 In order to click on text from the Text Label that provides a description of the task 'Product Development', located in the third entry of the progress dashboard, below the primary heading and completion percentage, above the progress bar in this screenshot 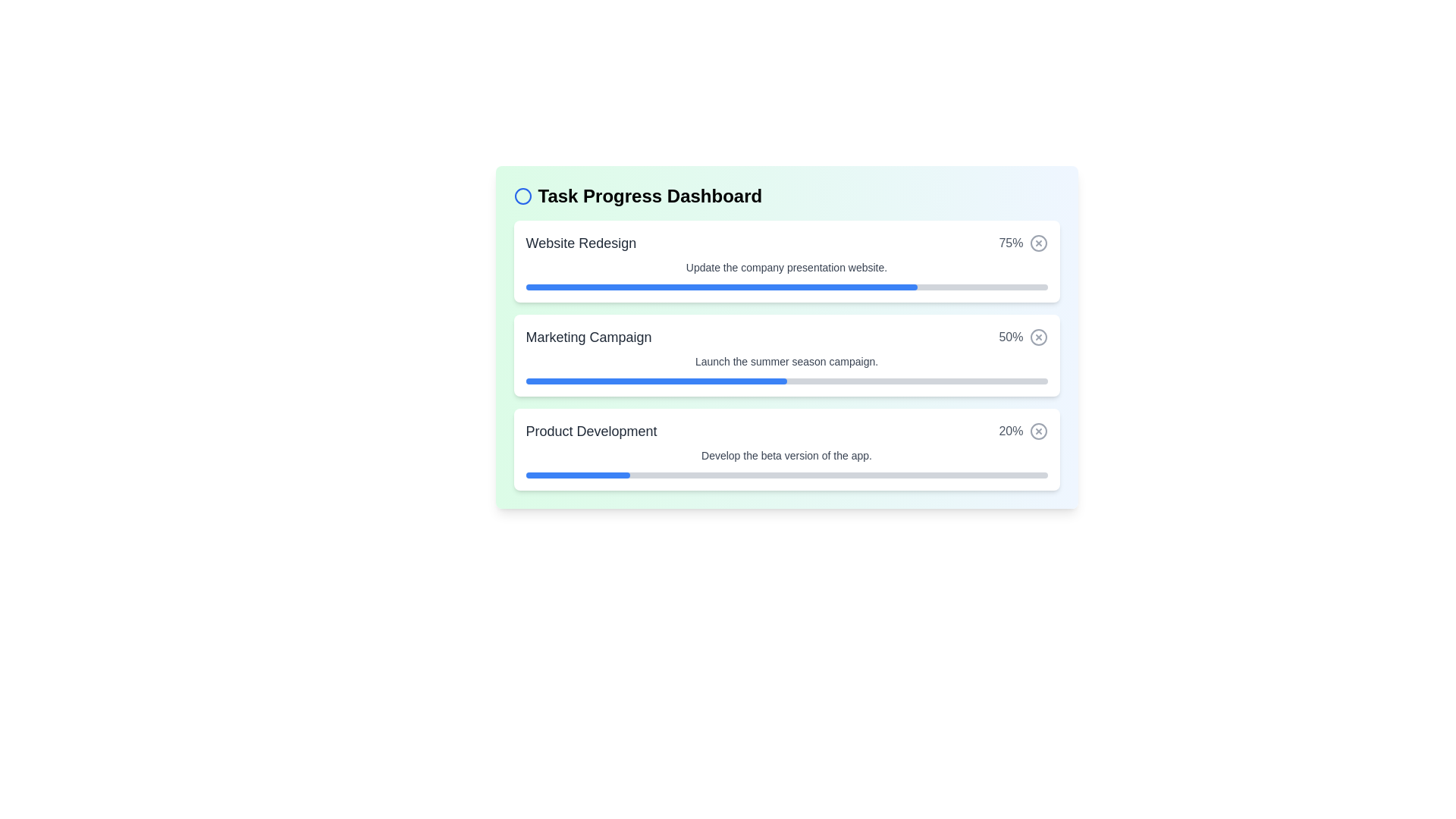, I will do `click(786, 455)`.